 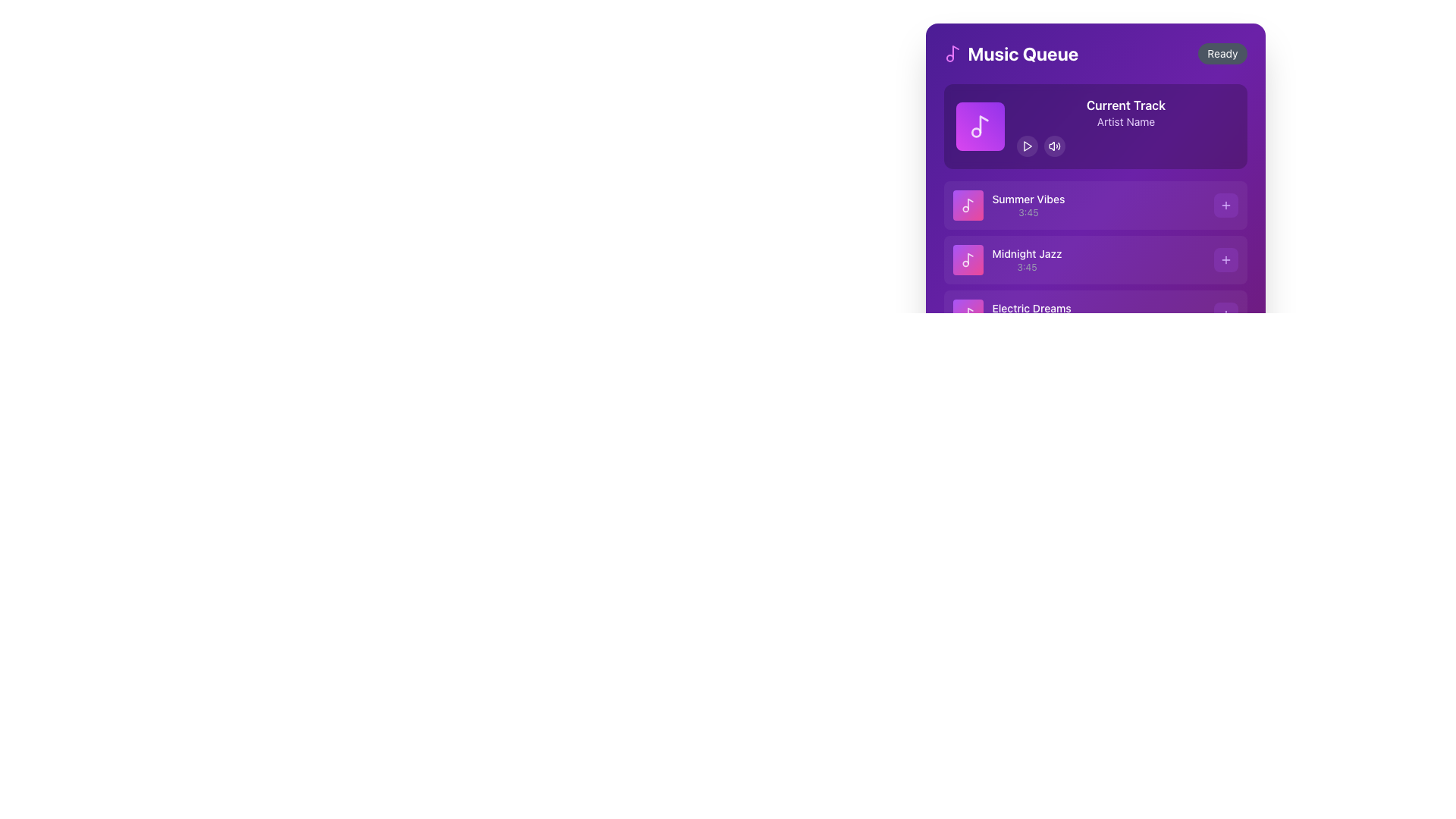 What do you see at coordinates (1053, 146) in the screenshot?
I see `the 'Volume' or 'Audio Control' button located in the 'Music Queue' panel, which is the second button to the right of the play button` at bounding box center [1053, 146].